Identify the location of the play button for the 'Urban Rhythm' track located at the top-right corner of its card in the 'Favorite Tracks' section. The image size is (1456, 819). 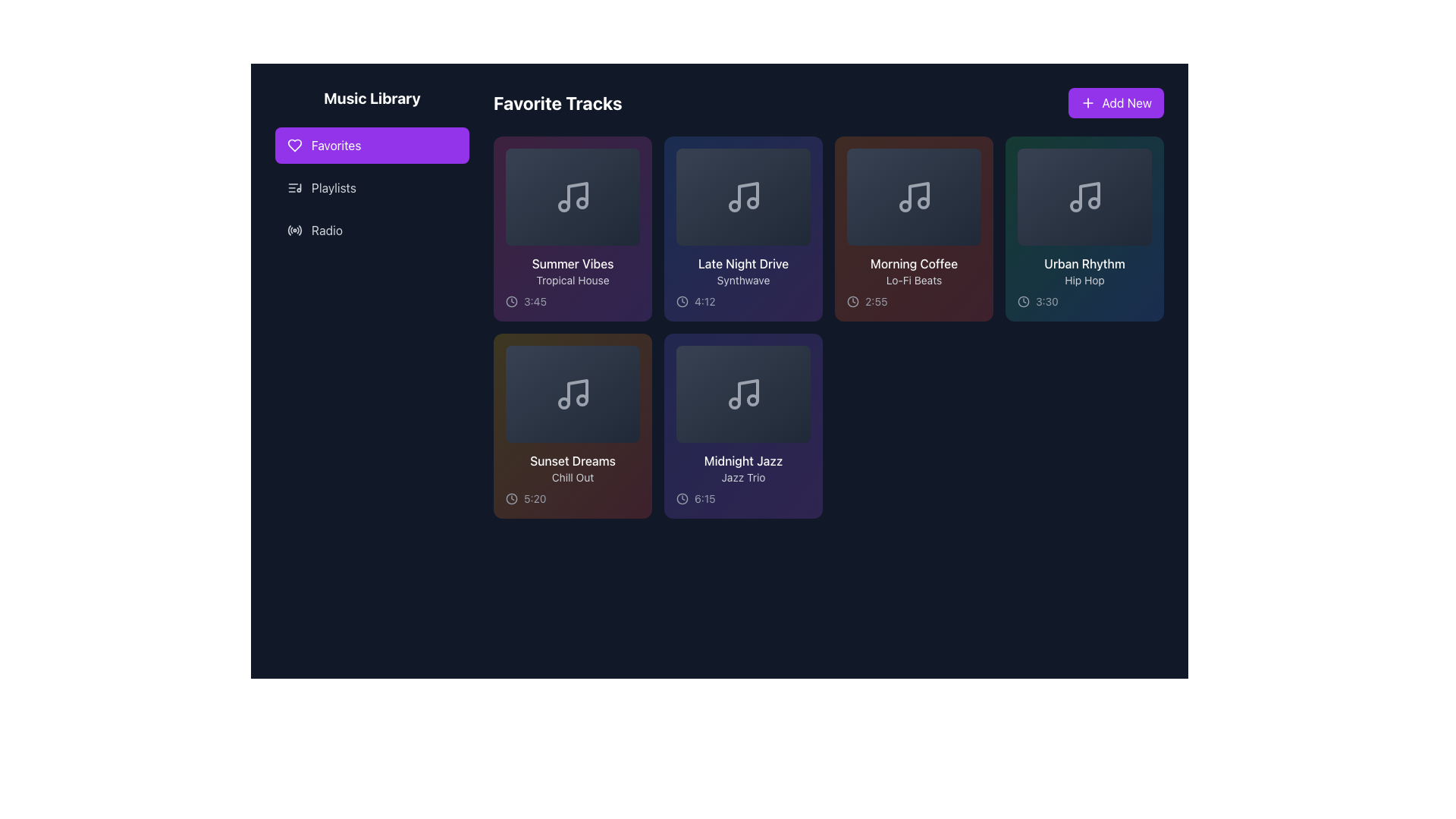
(1143, 158).